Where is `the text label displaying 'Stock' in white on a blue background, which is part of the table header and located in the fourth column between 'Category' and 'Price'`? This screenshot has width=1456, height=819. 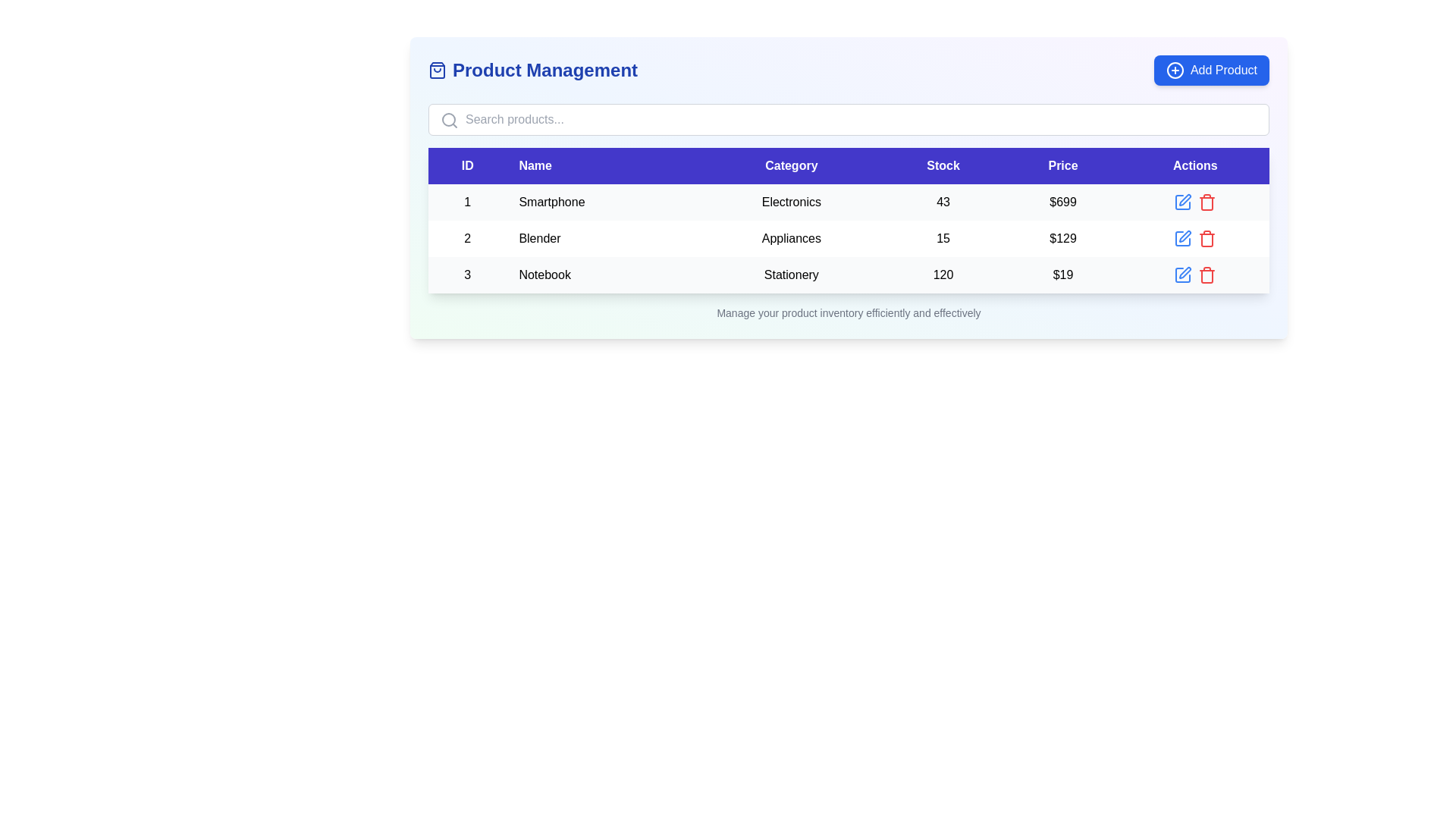 the text label displaying 'Stock' in white on a blue background, which is part of the table header and located in the fourth column between 'Category' and 'Price' is located at coordinates (942, 166).